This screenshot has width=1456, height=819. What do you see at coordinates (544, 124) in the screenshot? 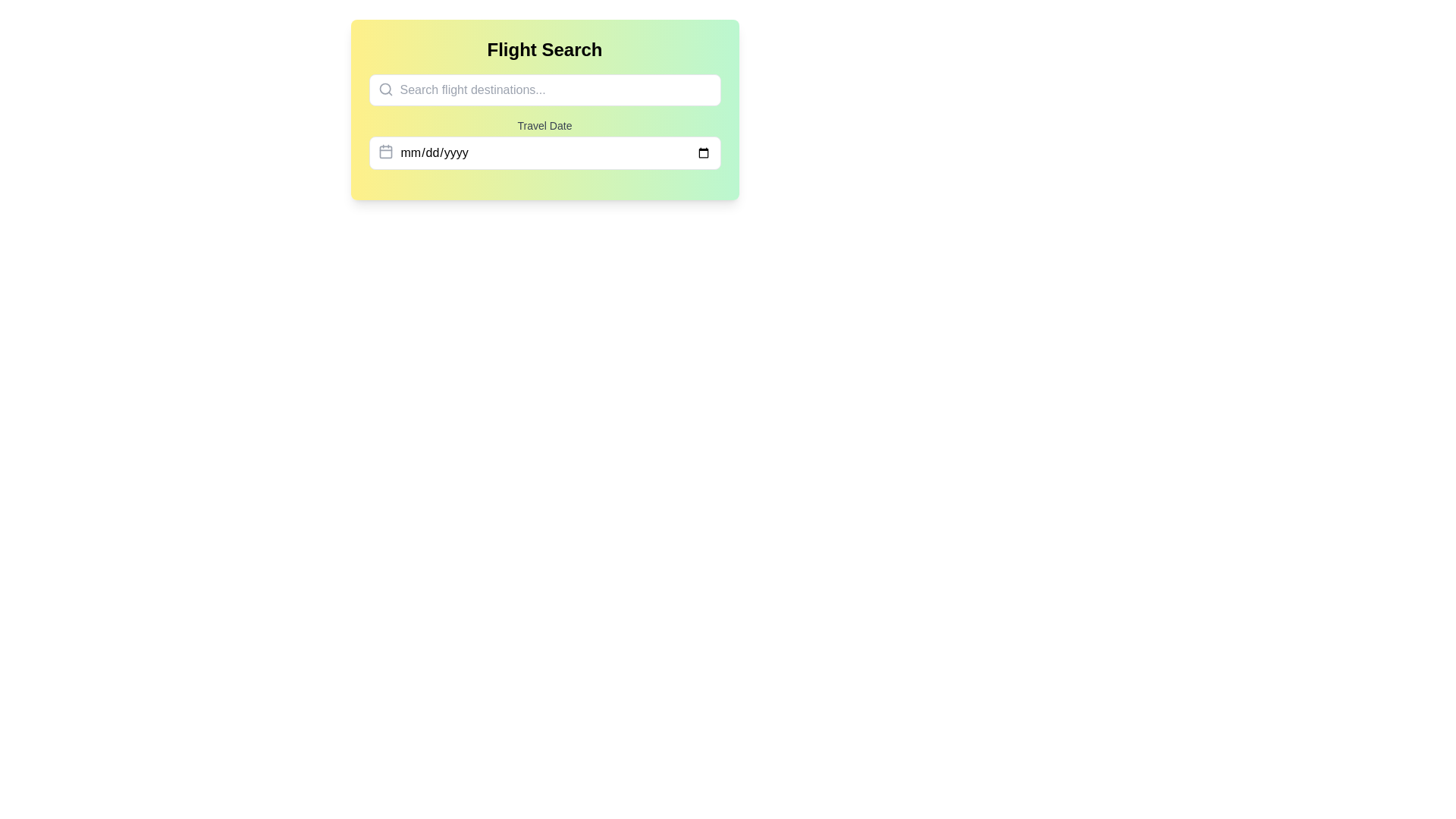
I see `the 'Travel Date' text label, which is styled in gray and located above the date input field in the 'Flight Search' section` at bounding box center [544, 124].